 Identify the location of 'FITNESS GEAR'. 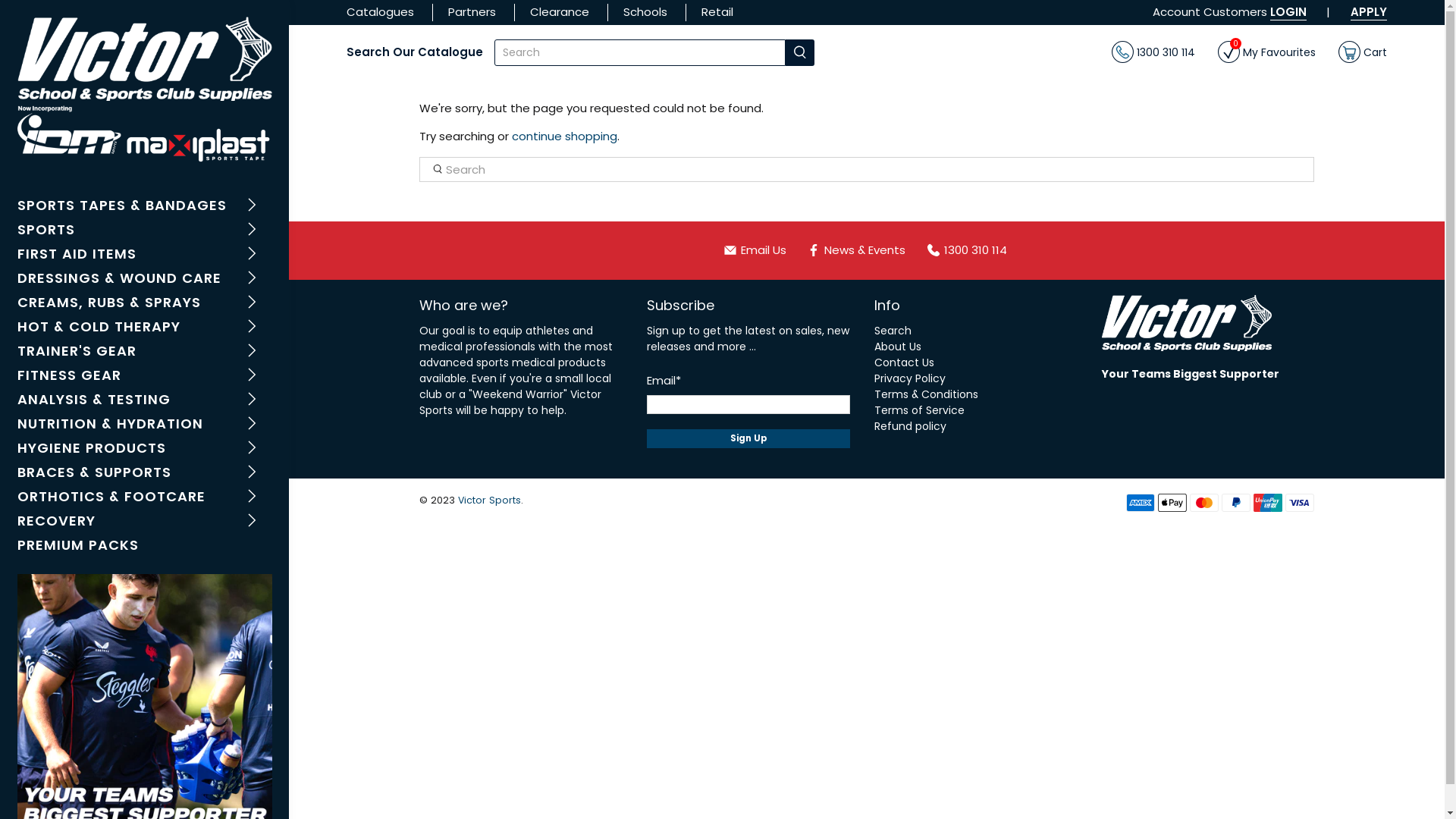
(144, 376).